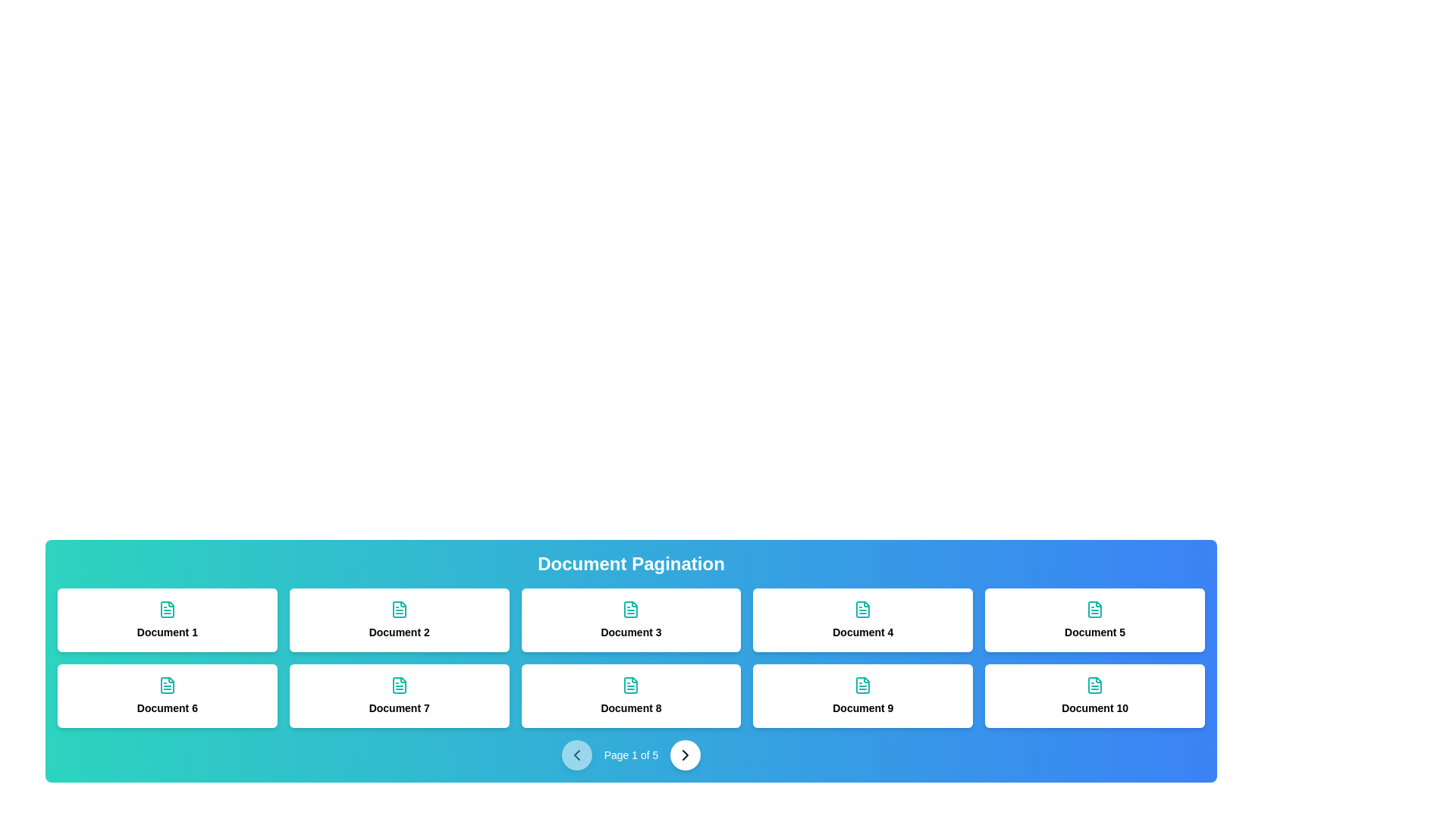 The image size is (1456, 819). What do you see at coordinates (576, 755) in the screenshot?
I see `the leftward chevron icon within the pagination control section` at bounding box center [576, 755].